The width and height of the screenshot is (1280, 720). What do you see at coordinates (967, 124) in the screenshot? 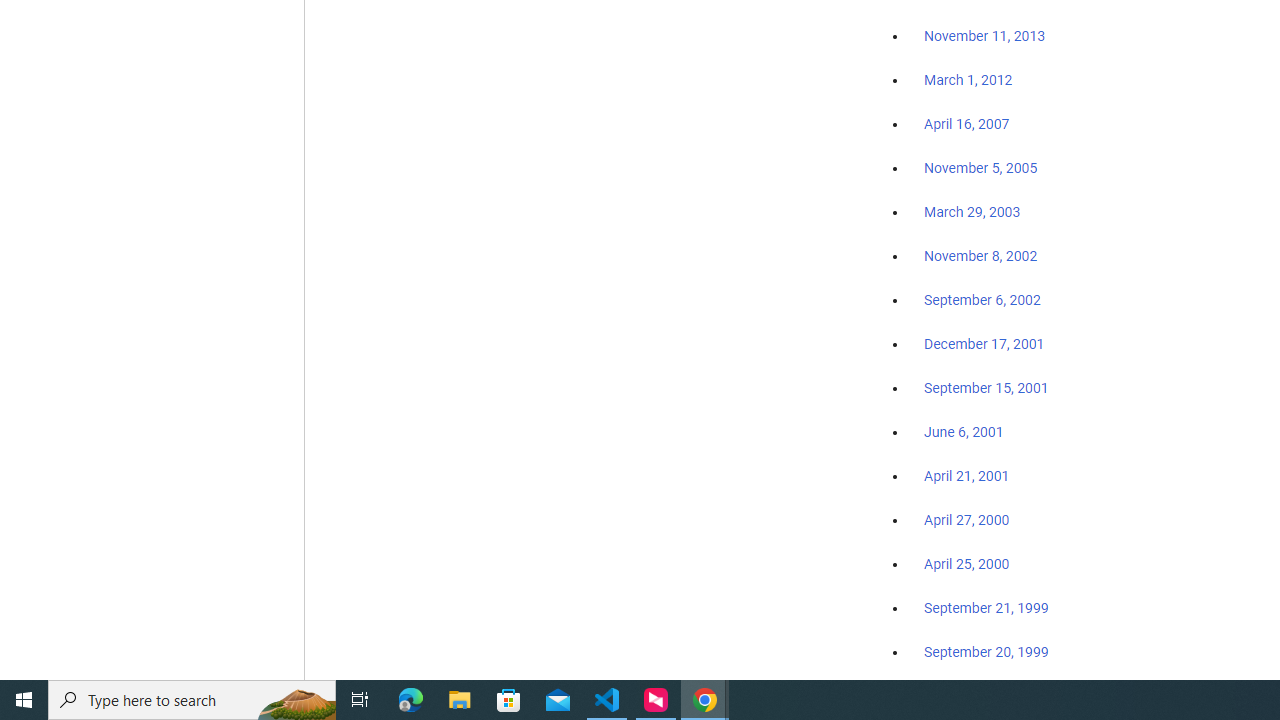
I see `'April 16, 2007'` at bounding box center [967, 124].